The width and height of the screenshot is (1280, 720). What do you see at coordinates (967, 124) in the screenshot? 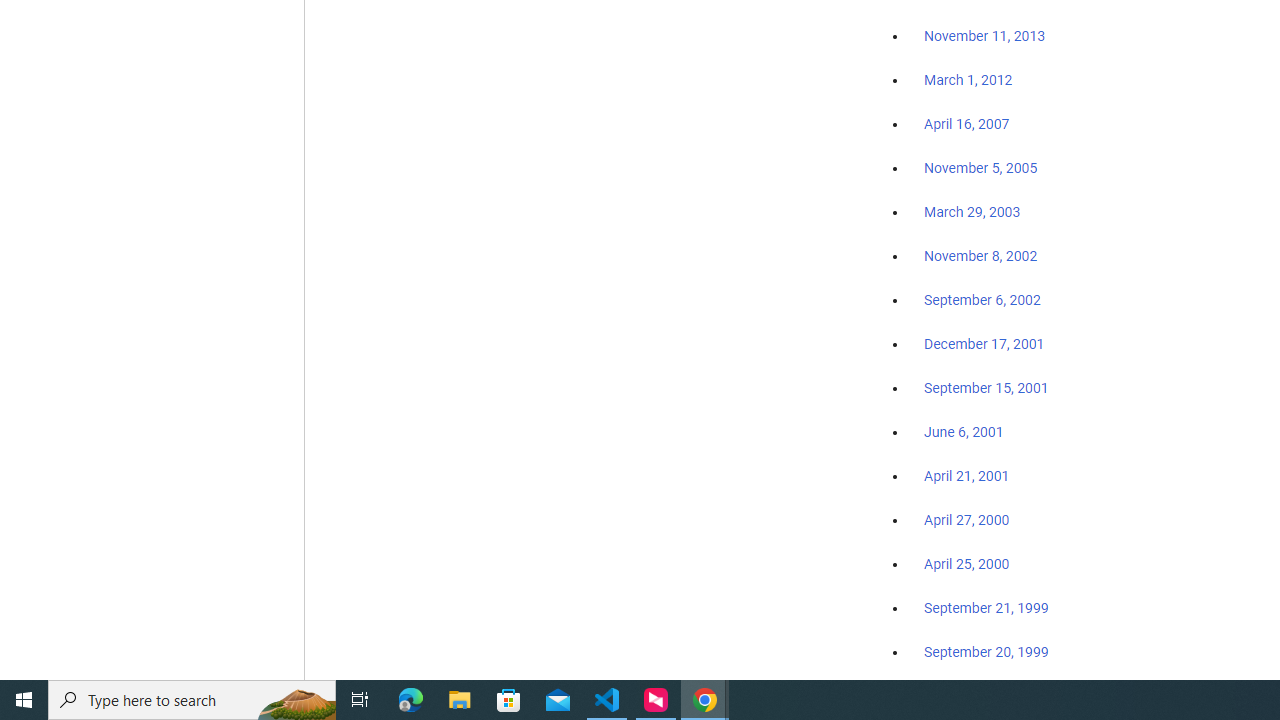
I see `'April 16, 2007'` at bounding box center [967, 124].